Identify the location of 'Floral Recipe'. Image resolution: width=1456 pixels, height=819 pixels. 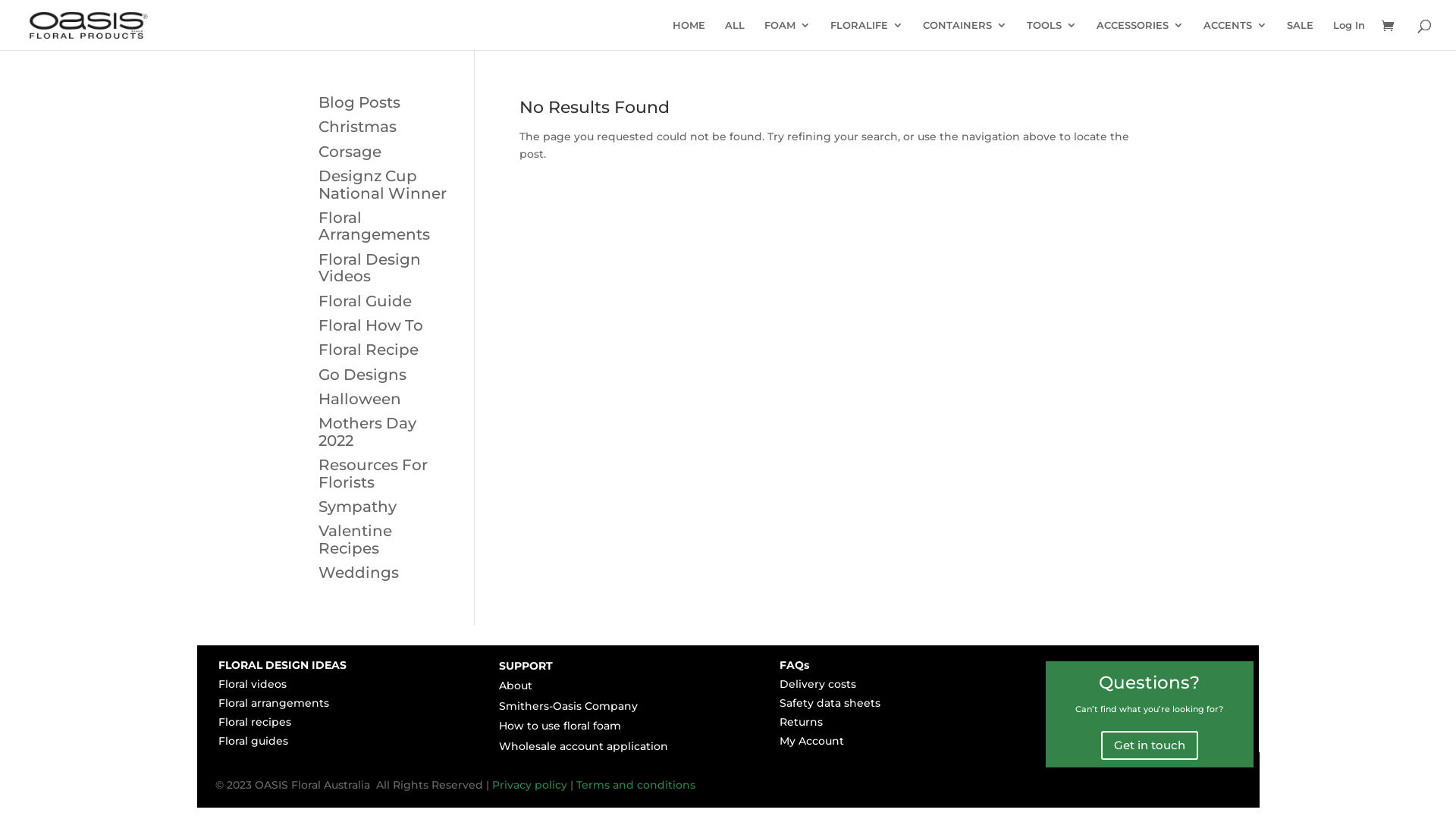
(368, 350).